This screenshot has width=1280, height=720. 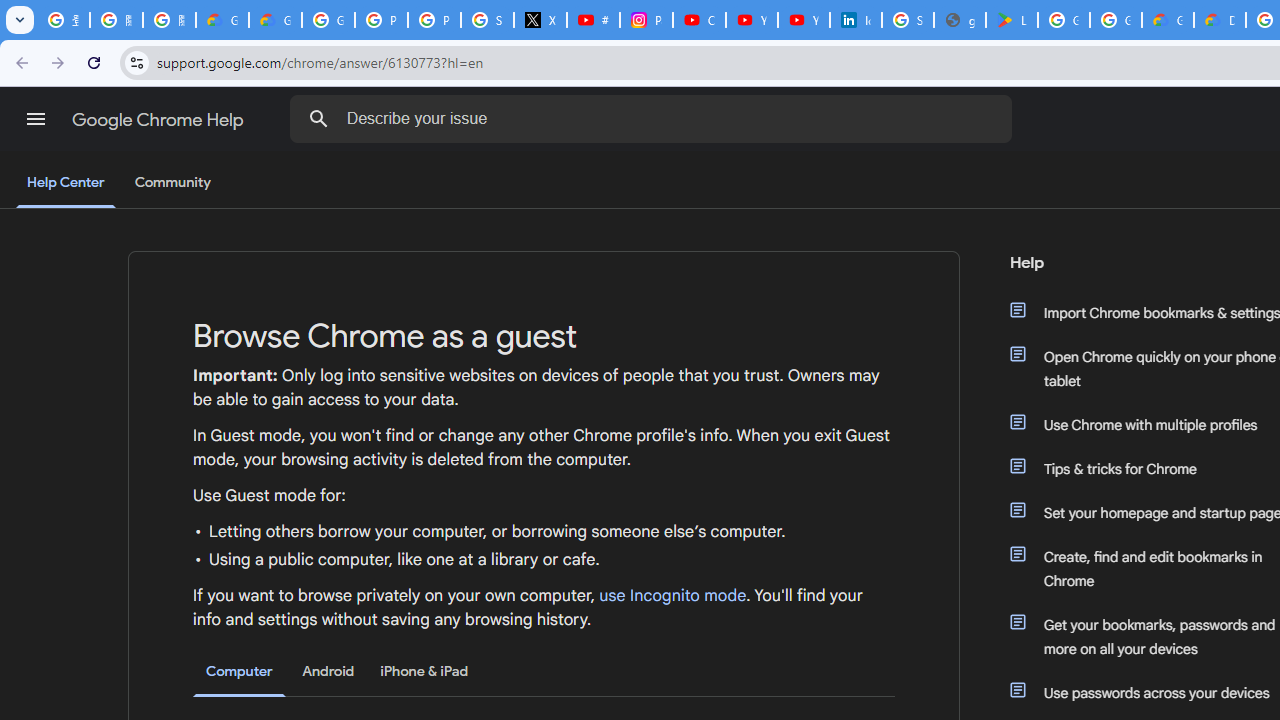 What do you see at coordinates (274, 20) in the screenshot?
I see `'Google Cloud Privacy Notice'` at bounding box center [274, 20].